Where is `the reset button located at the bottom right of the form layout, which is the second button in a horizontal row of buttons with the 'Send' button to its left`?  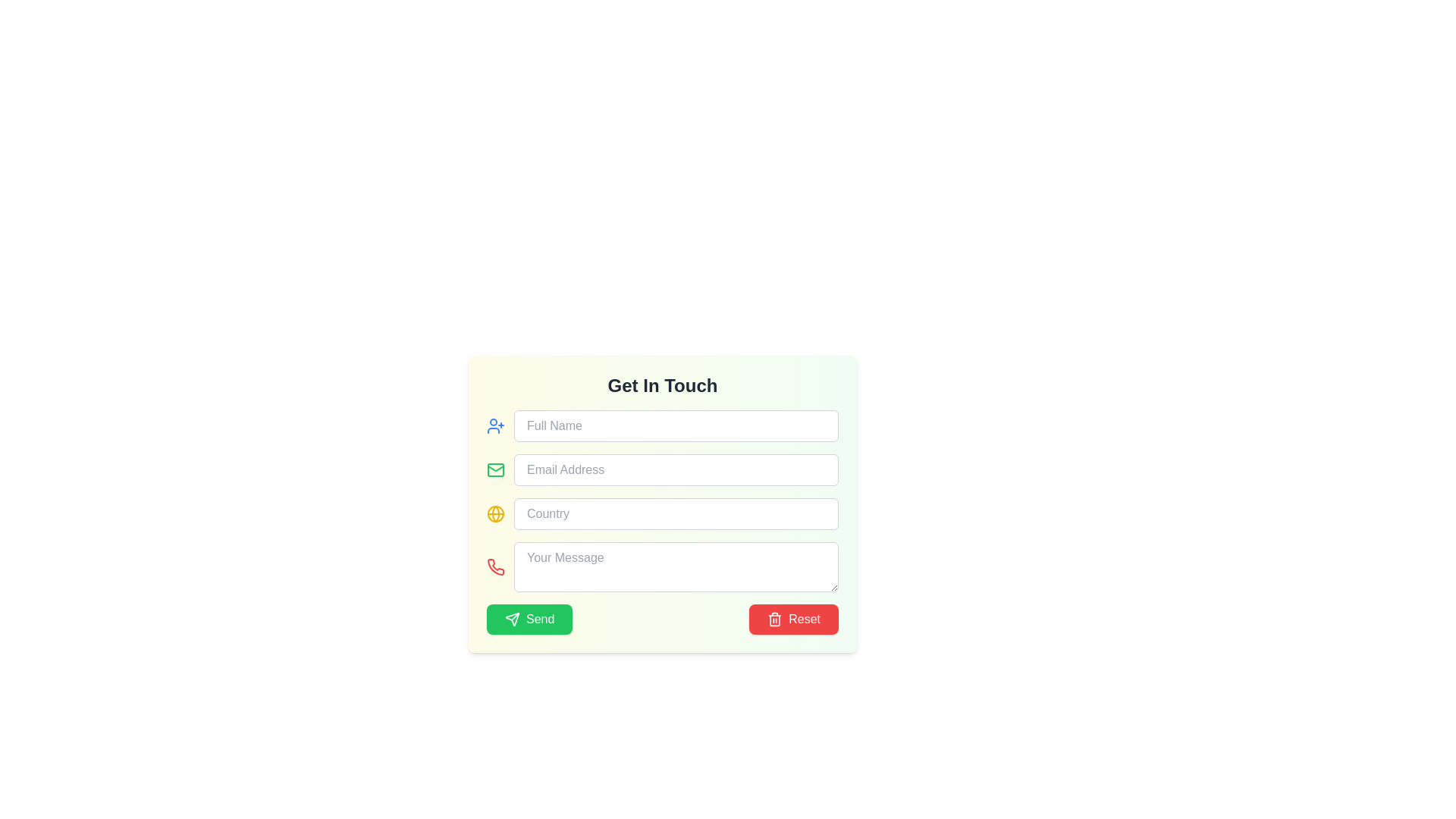
the reset button located at the bottom right of the form layout, which is the second button in a horizontal row of buttons with the 'Send' button to its left is located at coordinates (793, 620).